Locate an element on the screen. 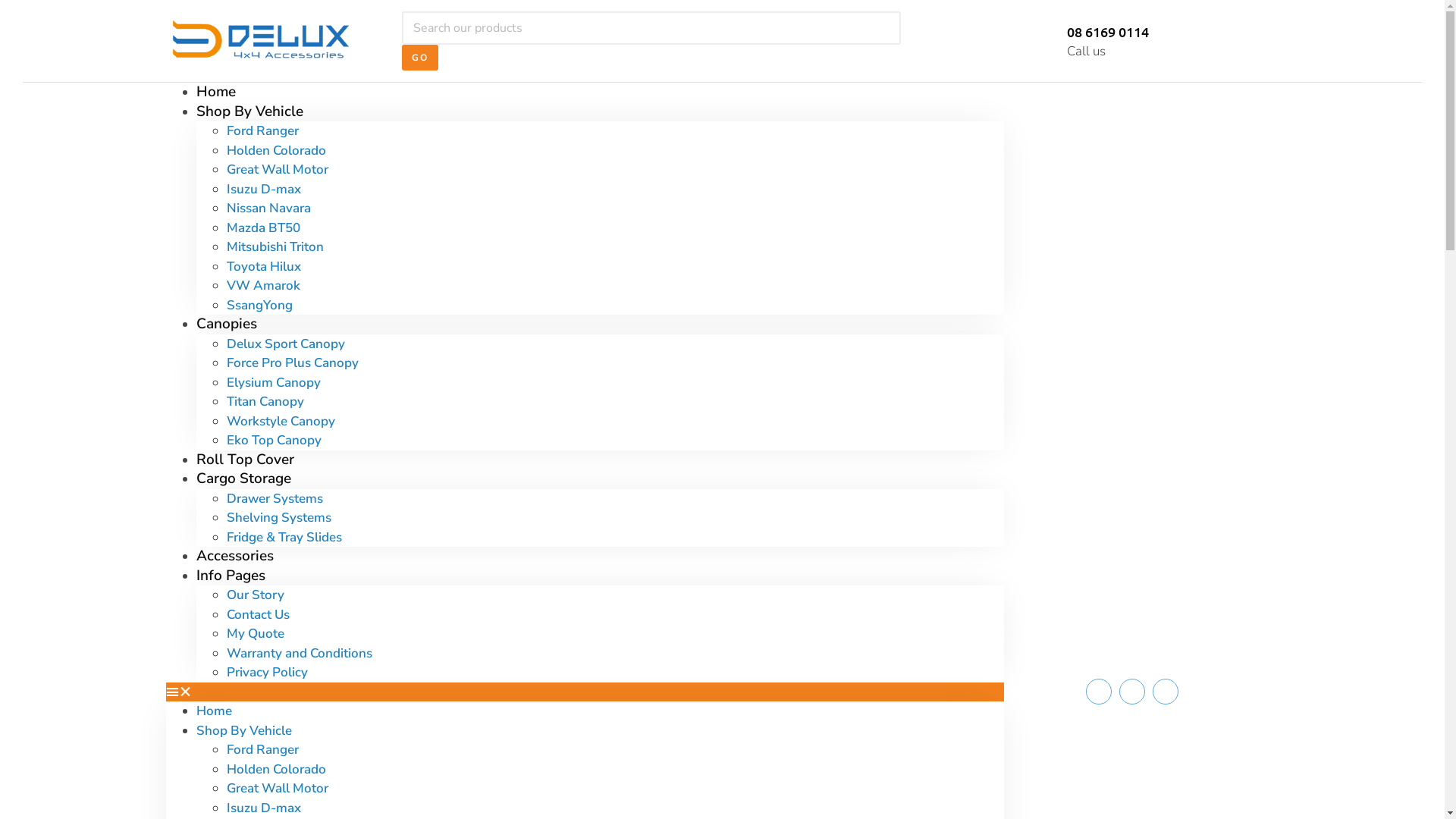  'Shelving Systems' is located at coordinates (278, 516).